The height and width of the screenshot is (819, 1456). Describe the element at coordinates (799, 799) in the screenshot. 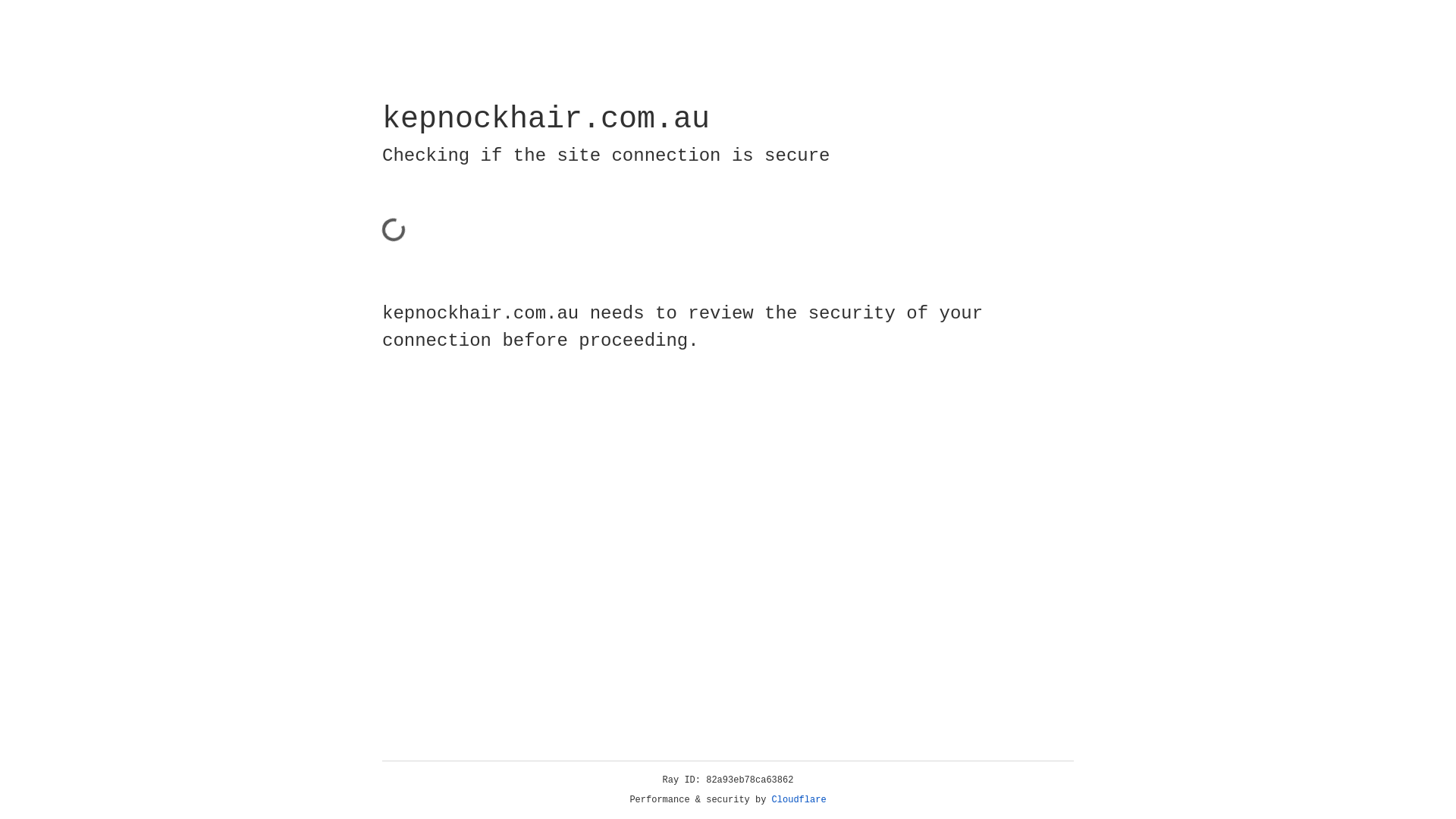

I see `'Cloudflare'` at that location.